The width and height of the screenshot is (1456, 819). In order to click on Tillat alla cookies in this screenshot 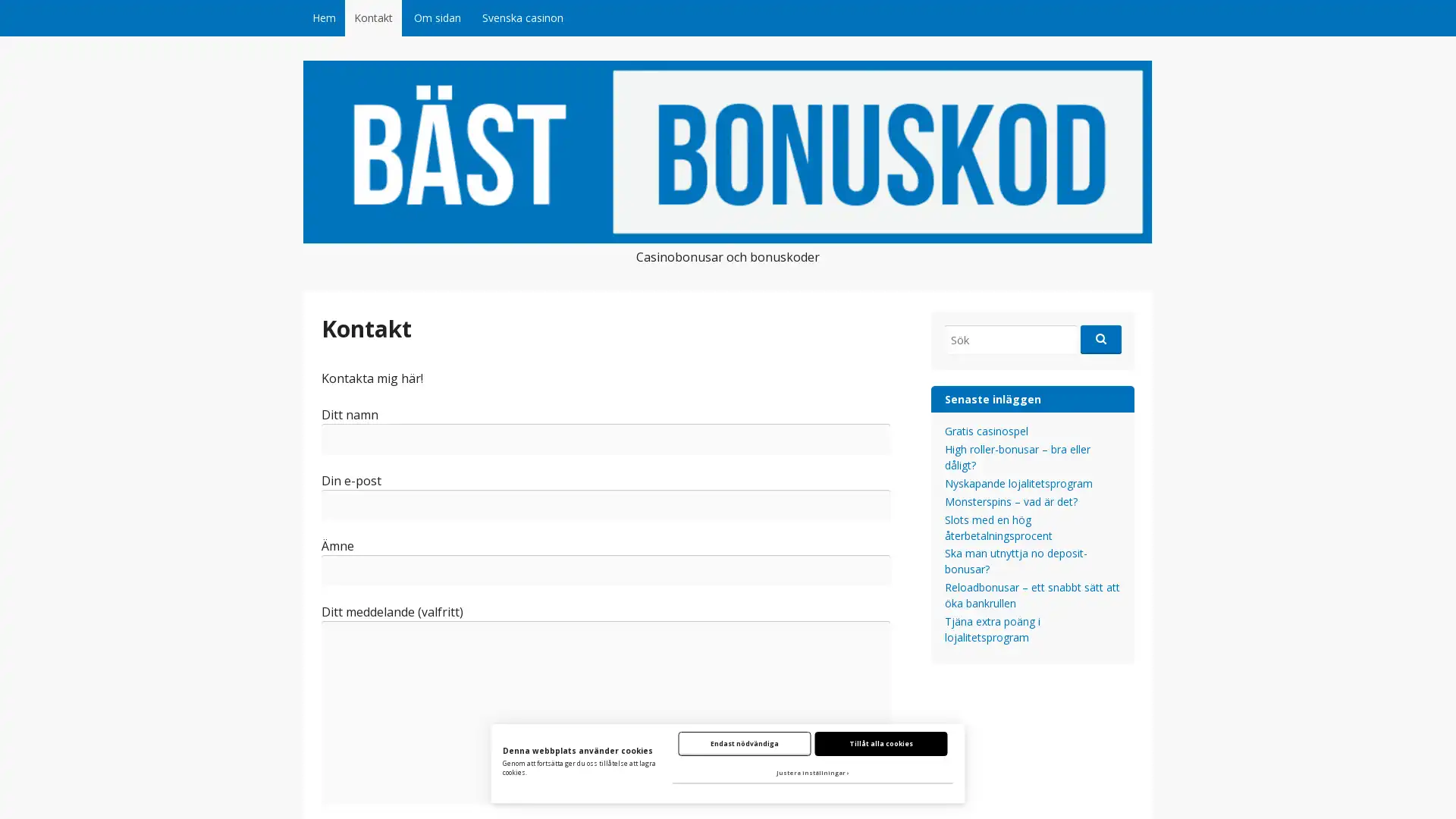, I will do `click(880, 742)`.